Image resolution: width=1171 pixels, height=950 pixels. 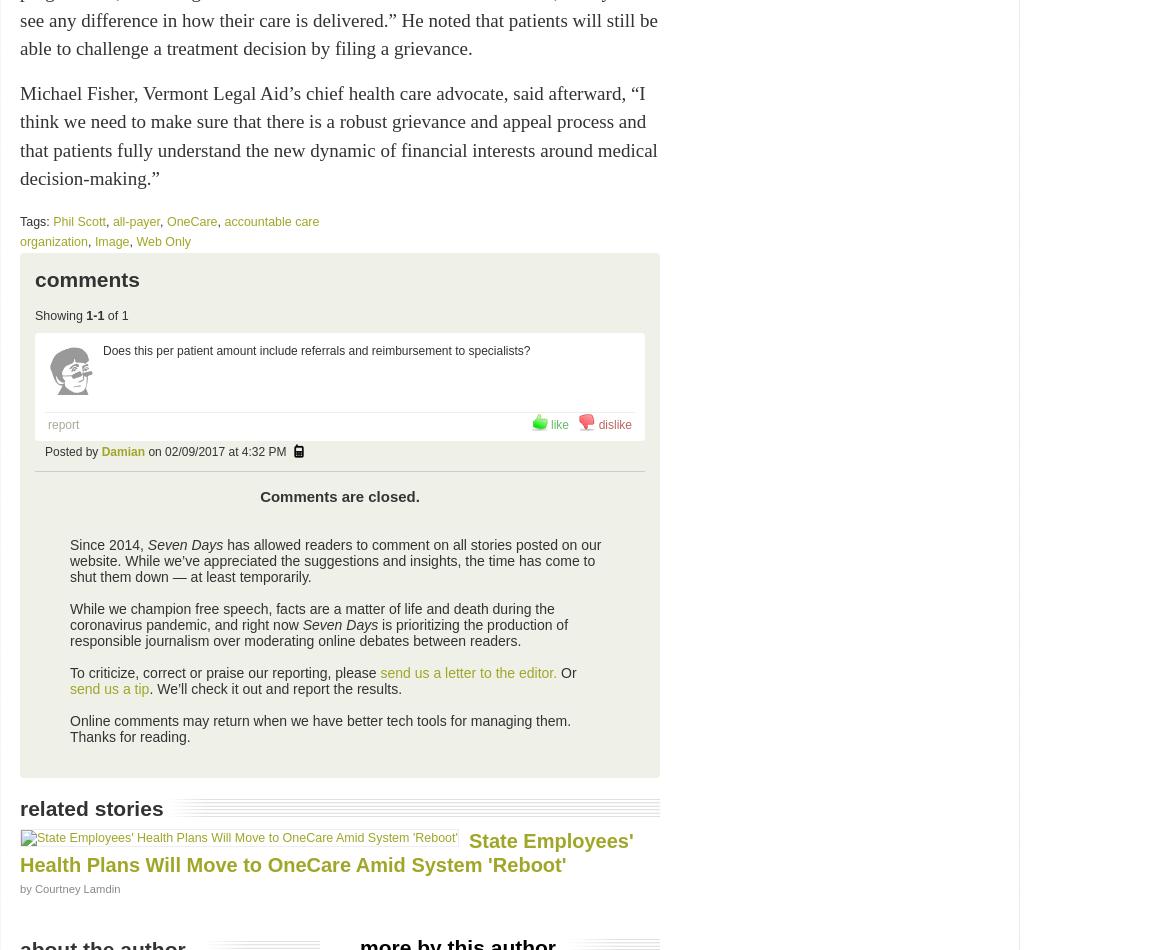 What do you see at coordinates (557, 672) in the screenshot?
I see `'Or'` at bounding box center [557, 672].